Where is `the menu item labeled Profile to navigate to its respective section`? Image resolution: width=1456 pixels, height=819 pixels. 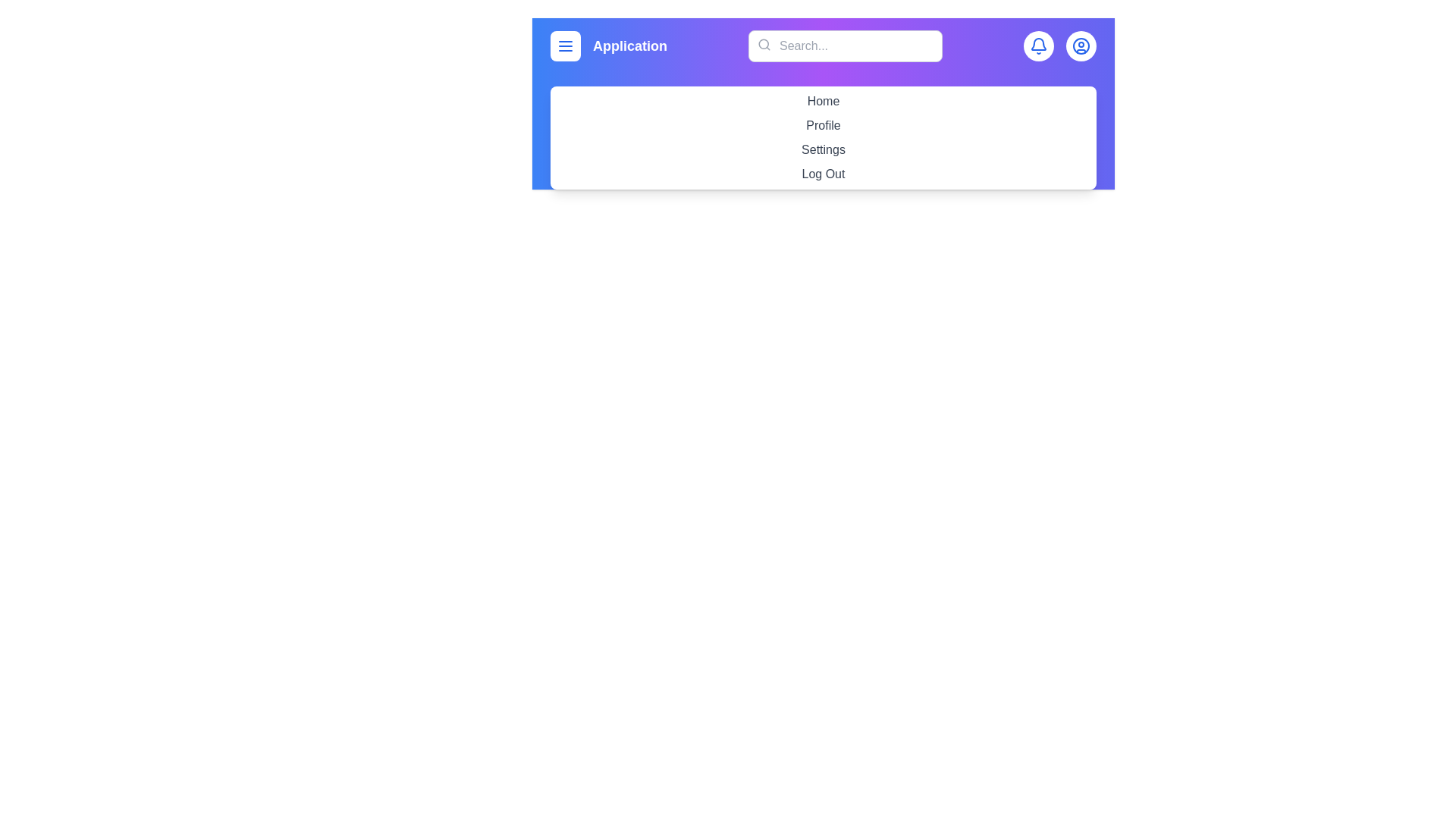 the menu item labeled Profile to navigate to its respective section is located at coordinates (822, 124).